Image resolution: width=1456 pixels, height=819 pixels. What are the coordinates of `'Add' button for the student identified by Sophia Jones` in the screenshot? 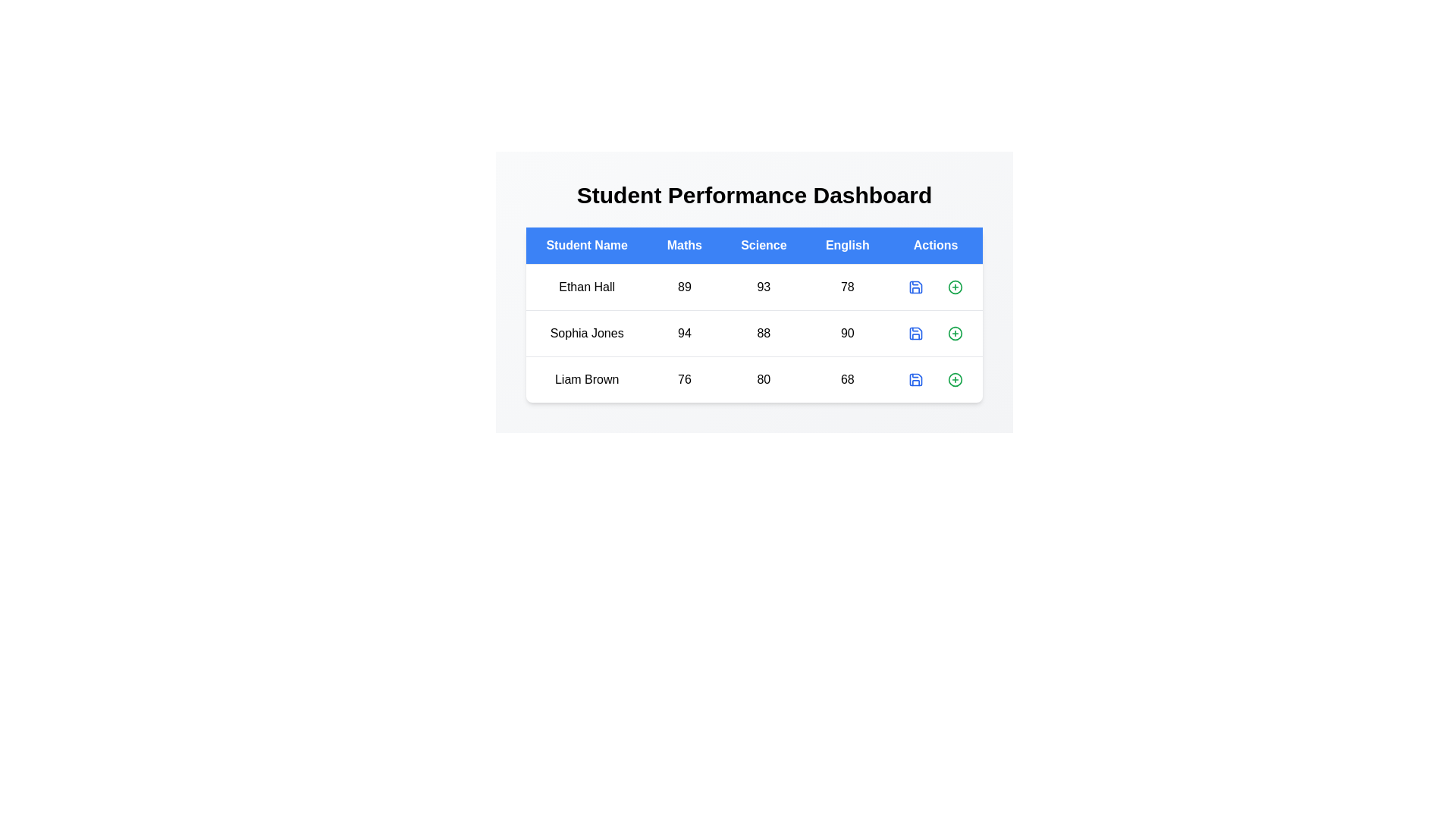 It's located at (955, 332).